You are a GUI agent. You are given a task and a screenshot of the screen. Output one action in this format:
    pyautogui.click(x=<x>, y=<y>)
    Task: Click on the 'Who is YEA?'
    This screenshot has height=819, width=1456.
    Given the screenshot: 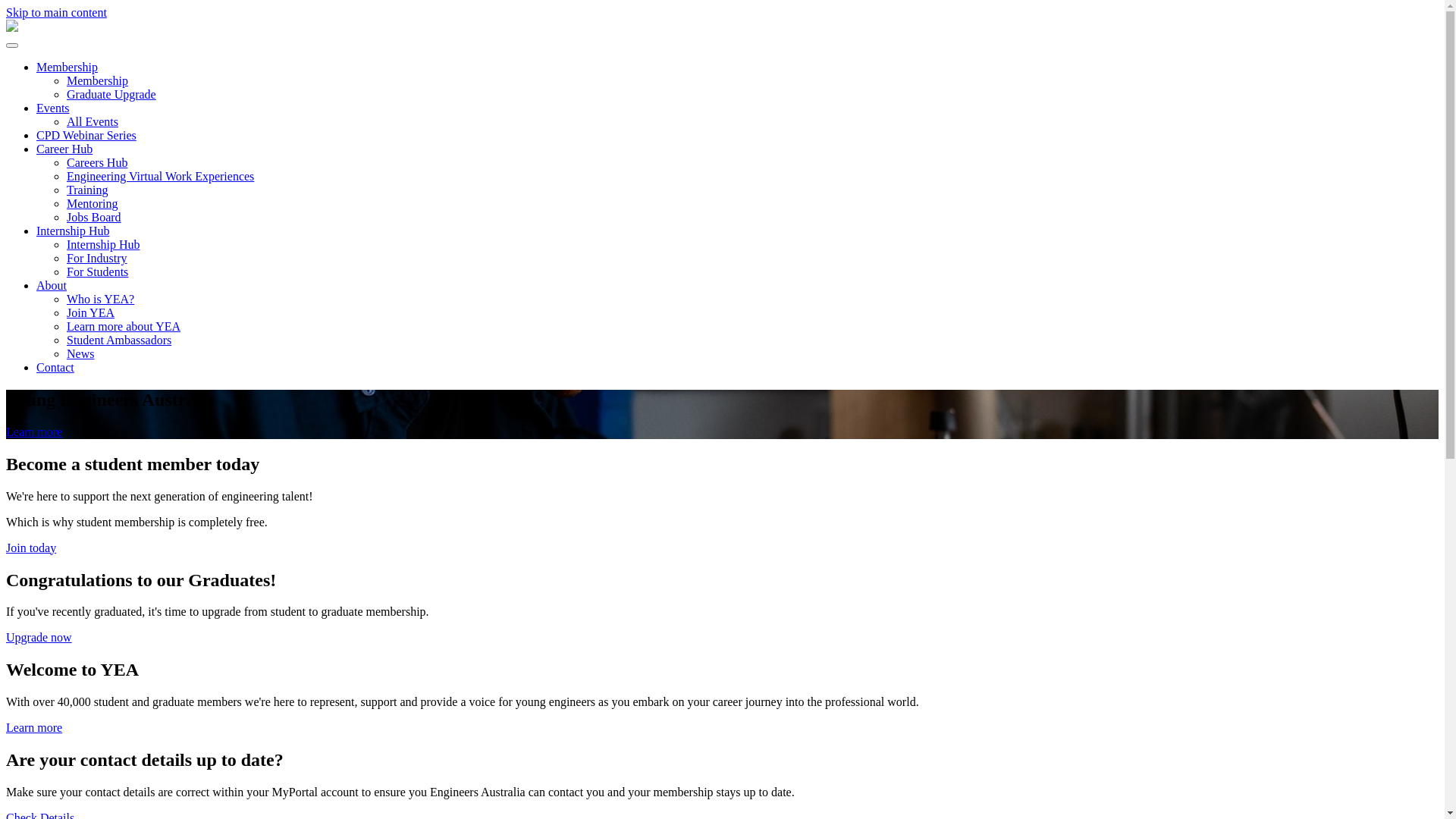 What is the action you would take?
    pyautogui.click(x=99, y=299)
    